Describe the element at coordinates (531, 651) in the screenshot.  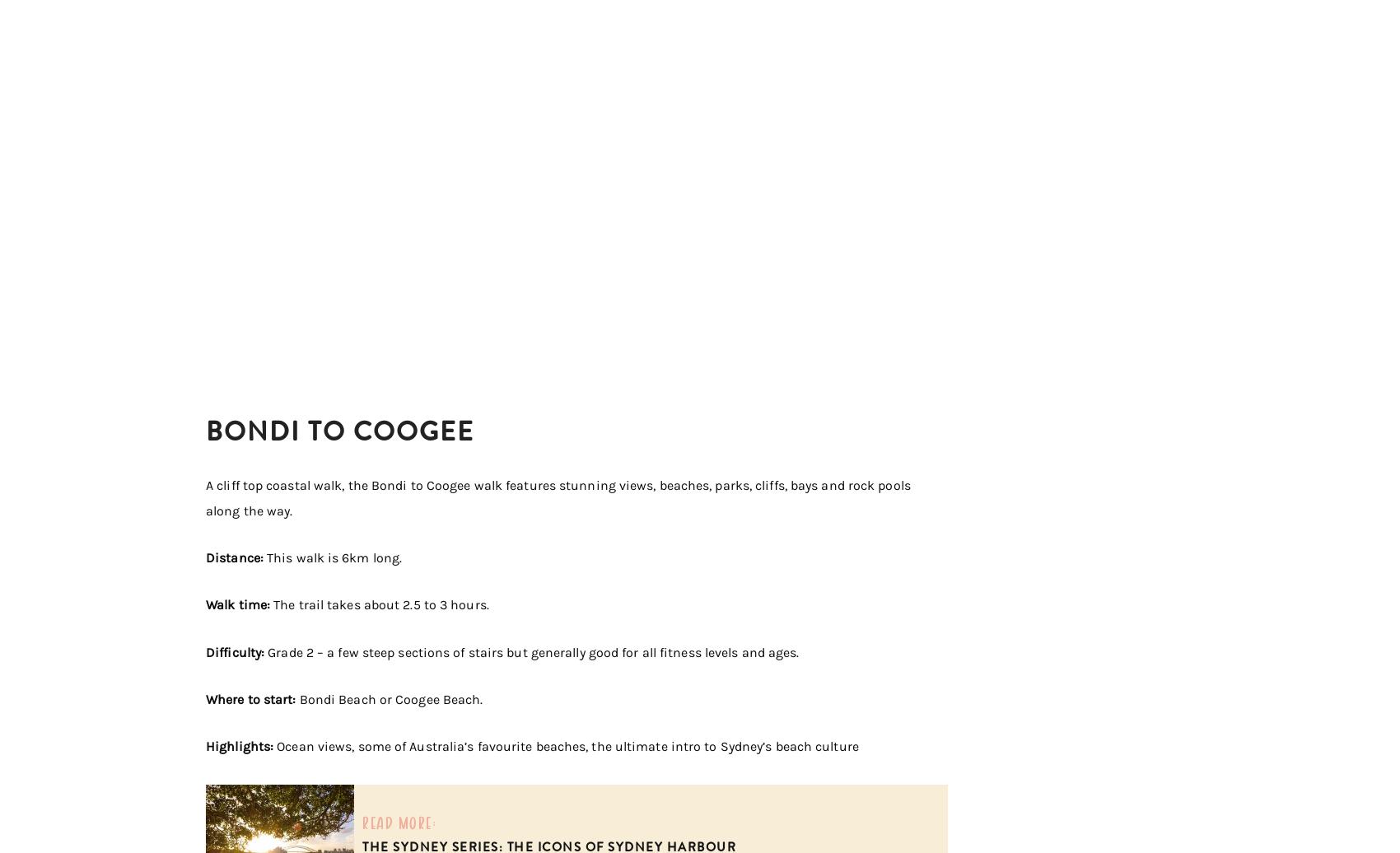
I see `'Grade 2 – a few steep sections of stairs but generally good for all fitness levels and ages.'` at that location.